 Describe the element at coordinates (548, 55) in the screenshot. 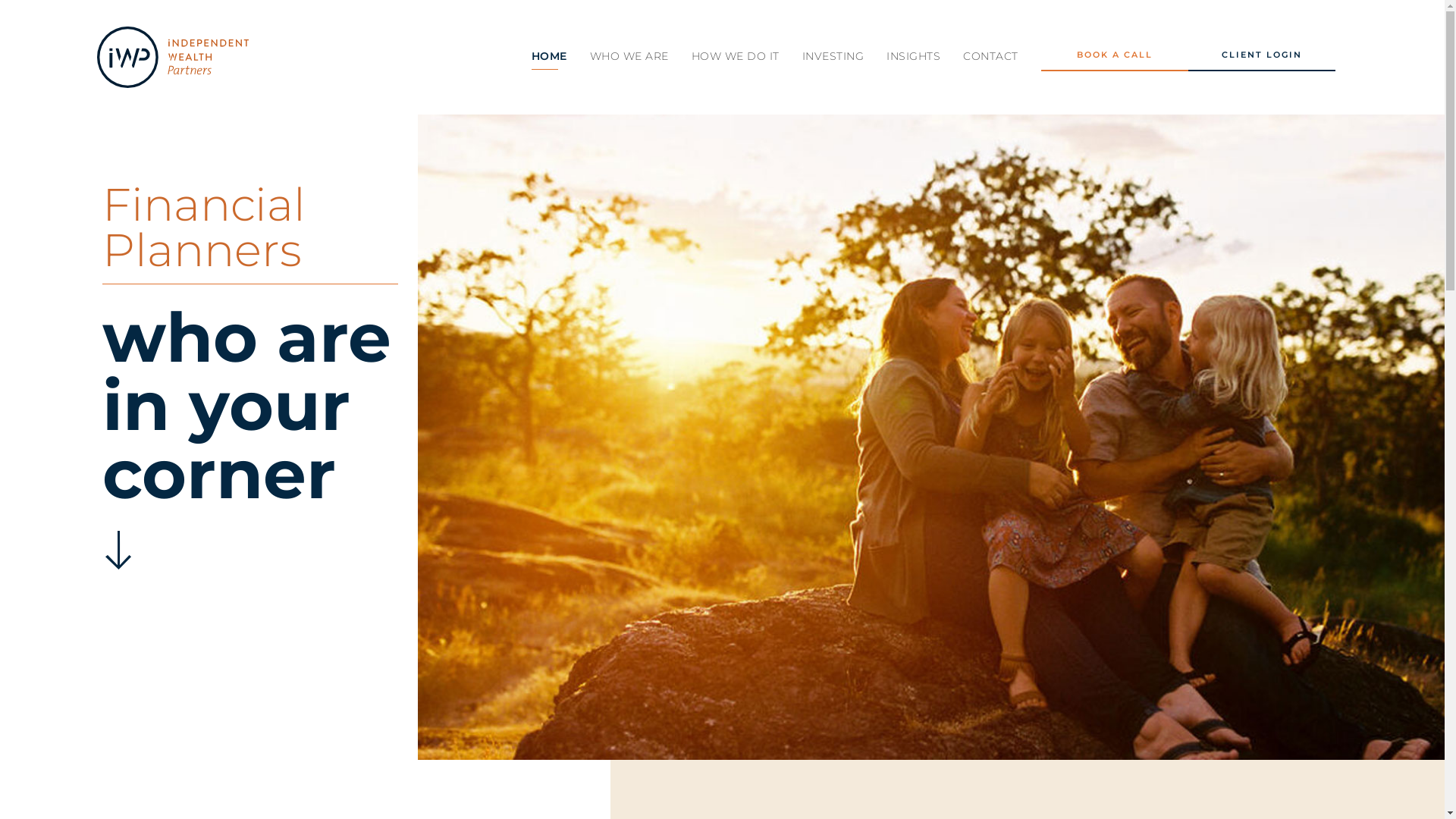

I see `'HOME'` at that location.